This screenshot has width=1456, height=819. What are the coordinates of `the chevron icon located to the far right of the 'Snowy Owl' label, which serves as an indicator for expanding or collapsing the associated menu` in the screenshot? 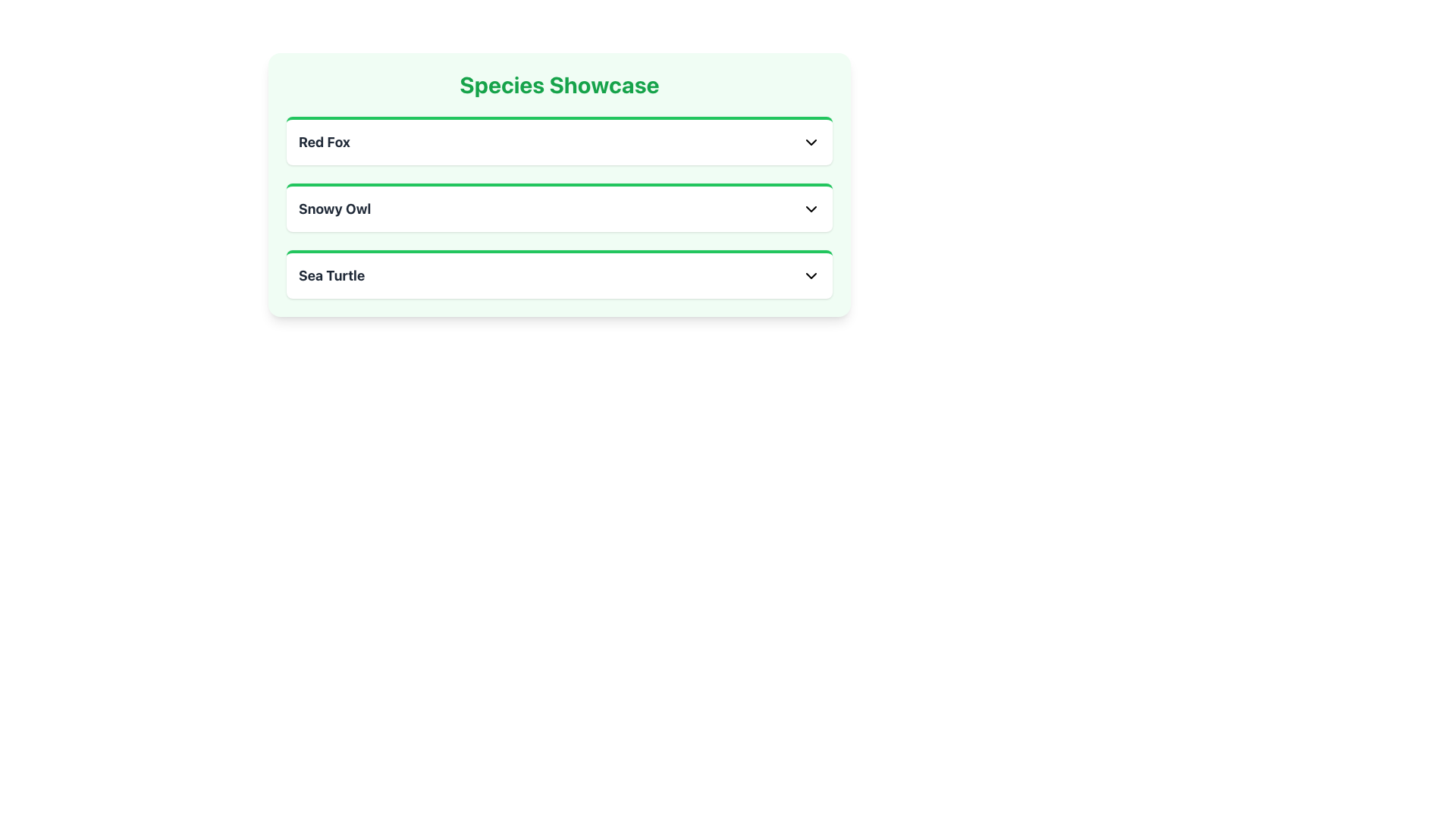 It's located at (811, 209).